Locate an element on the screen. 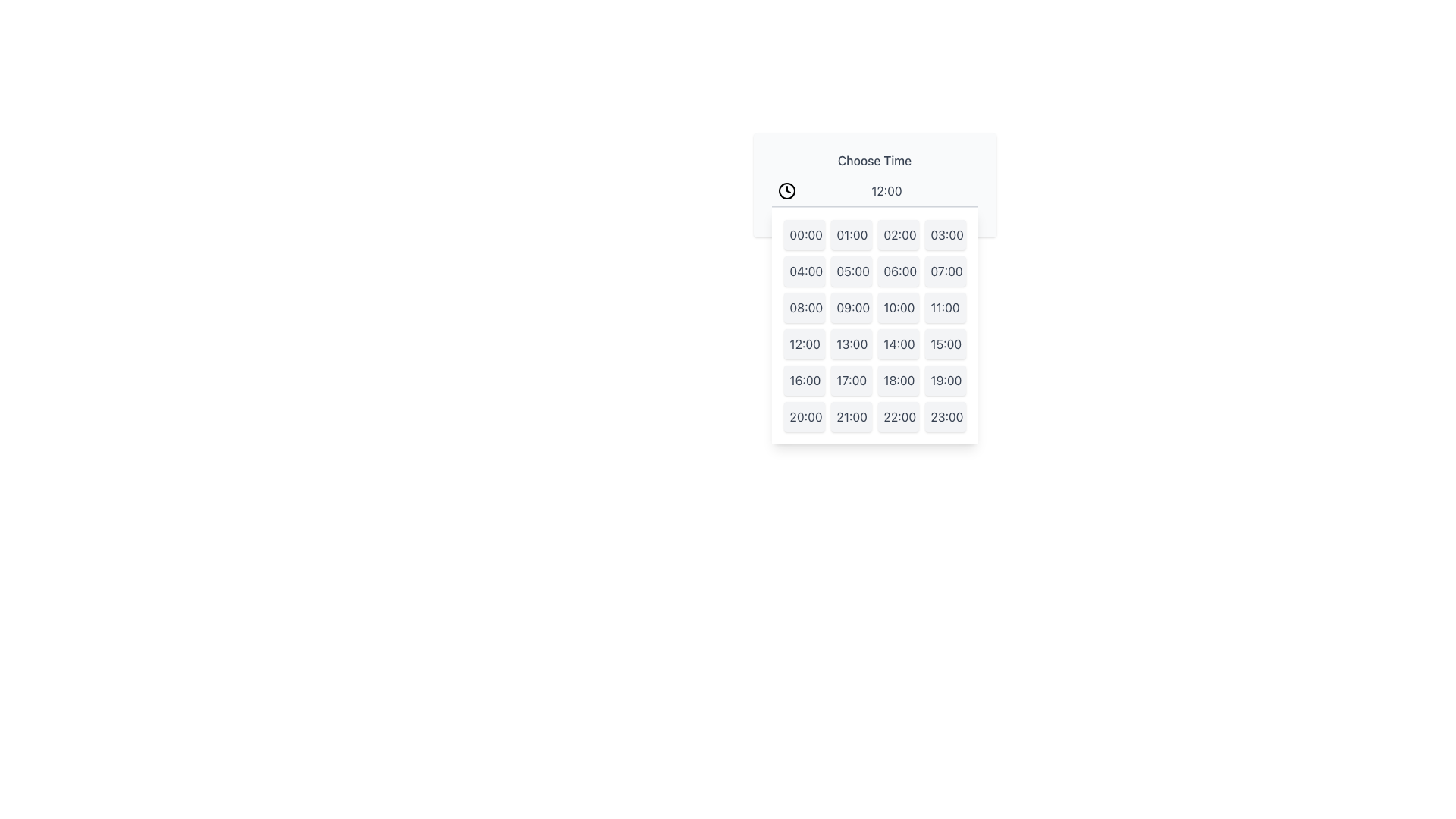 The image size is (1456, 819). the button displaying '03:00' in dark gray on a light gray background, located as the fourth item in the first row of the grid of time options is located at coordinates (944, 234).